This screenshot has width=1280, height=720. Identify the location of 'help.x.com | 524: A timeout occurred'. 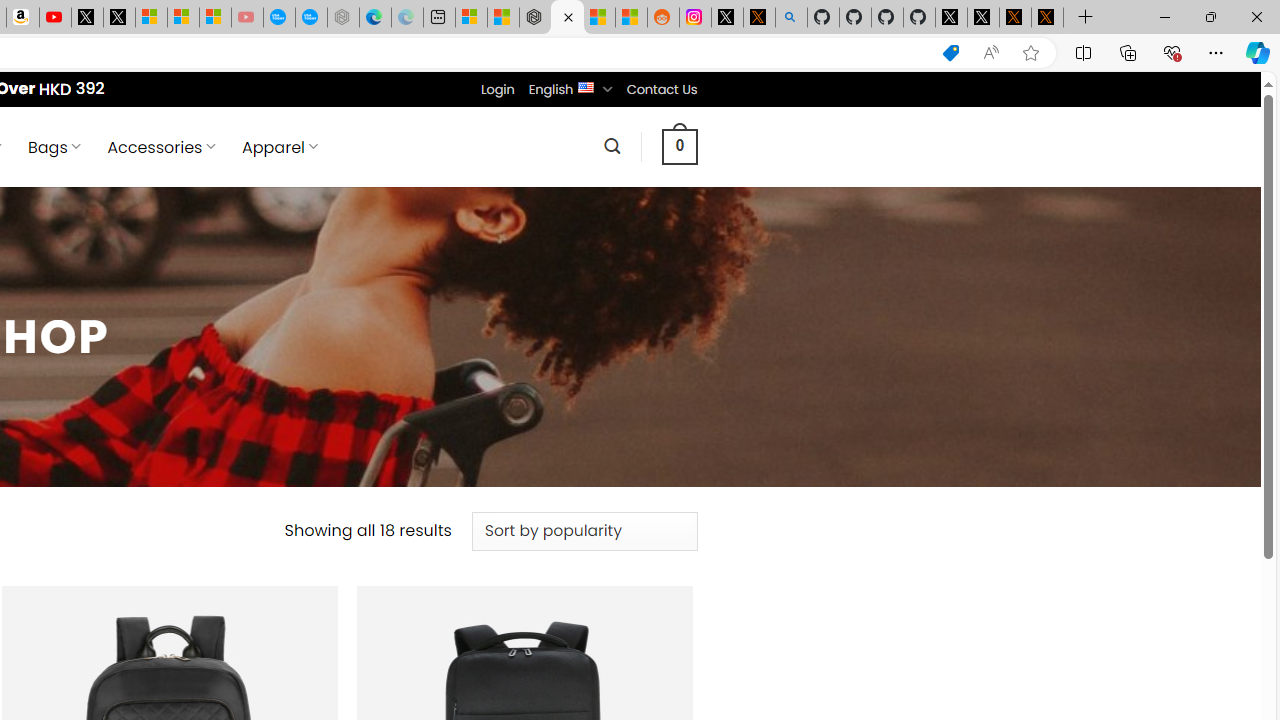
(758, 17).